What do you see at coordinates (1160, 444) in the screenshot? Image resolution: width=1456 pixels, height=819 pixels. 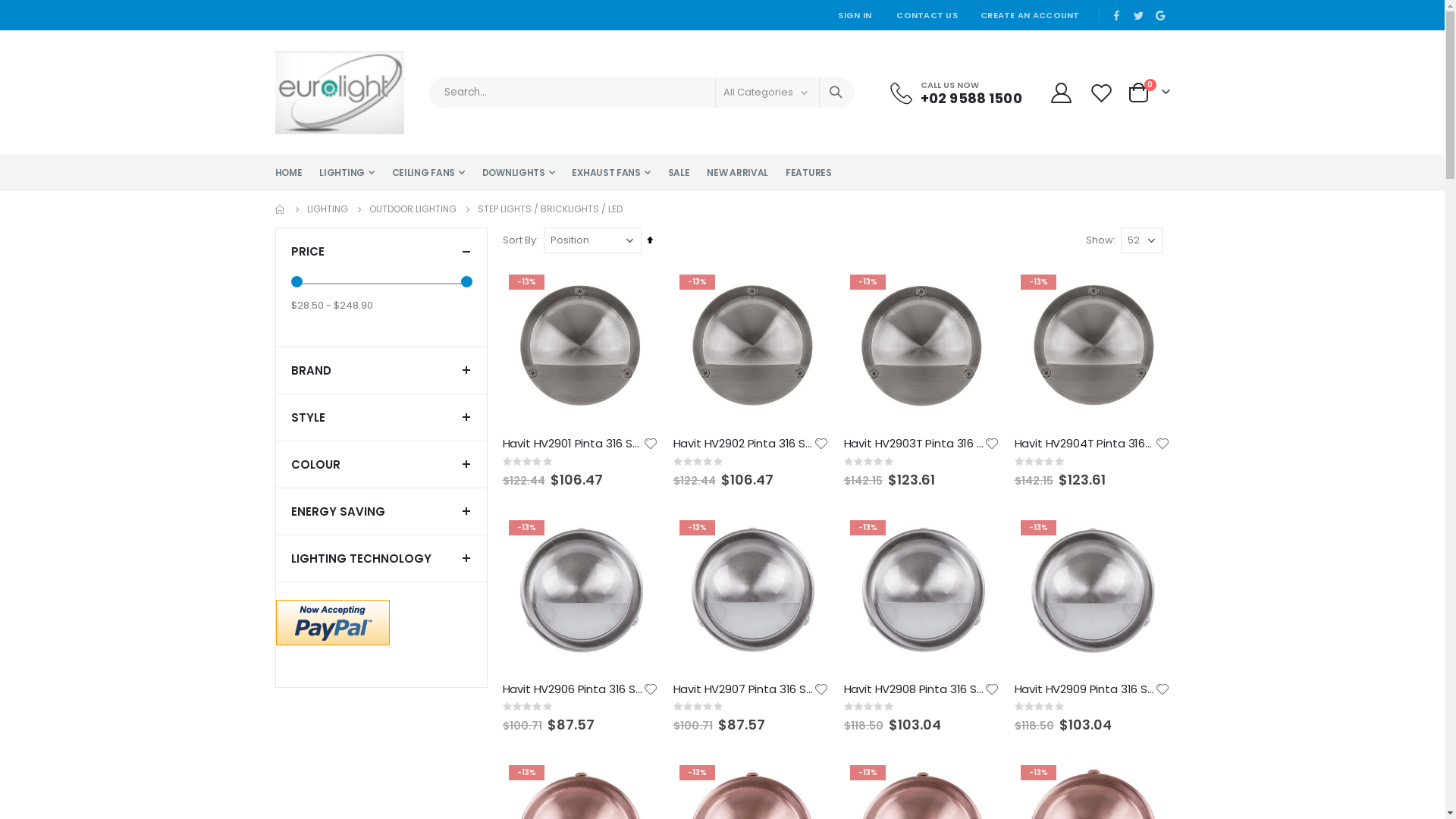 I see `'Add to Wish List'` at bounding box center [1160, 444].